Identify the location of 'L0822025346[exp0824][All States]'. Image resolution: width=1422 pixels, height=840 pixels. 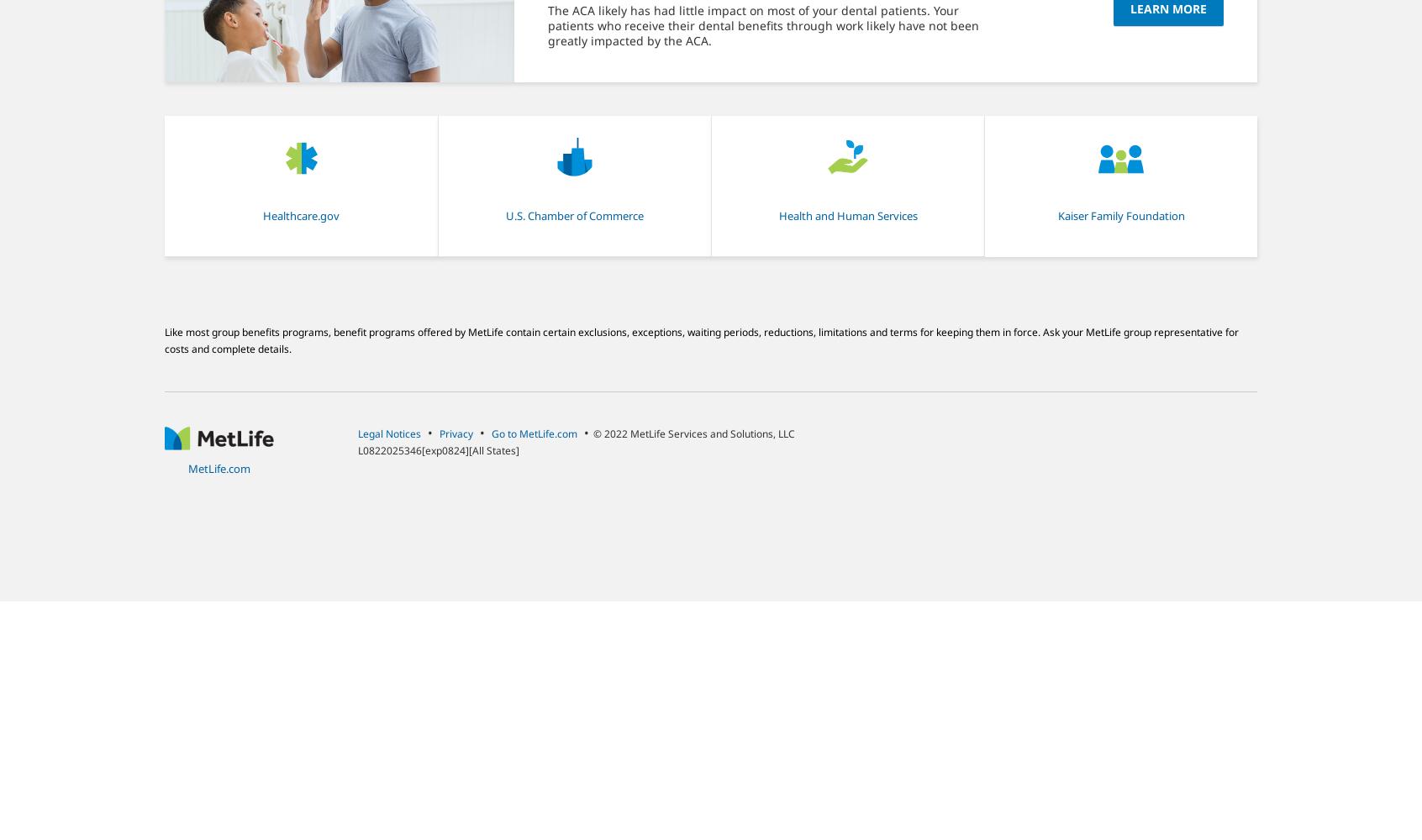
(438, 449).